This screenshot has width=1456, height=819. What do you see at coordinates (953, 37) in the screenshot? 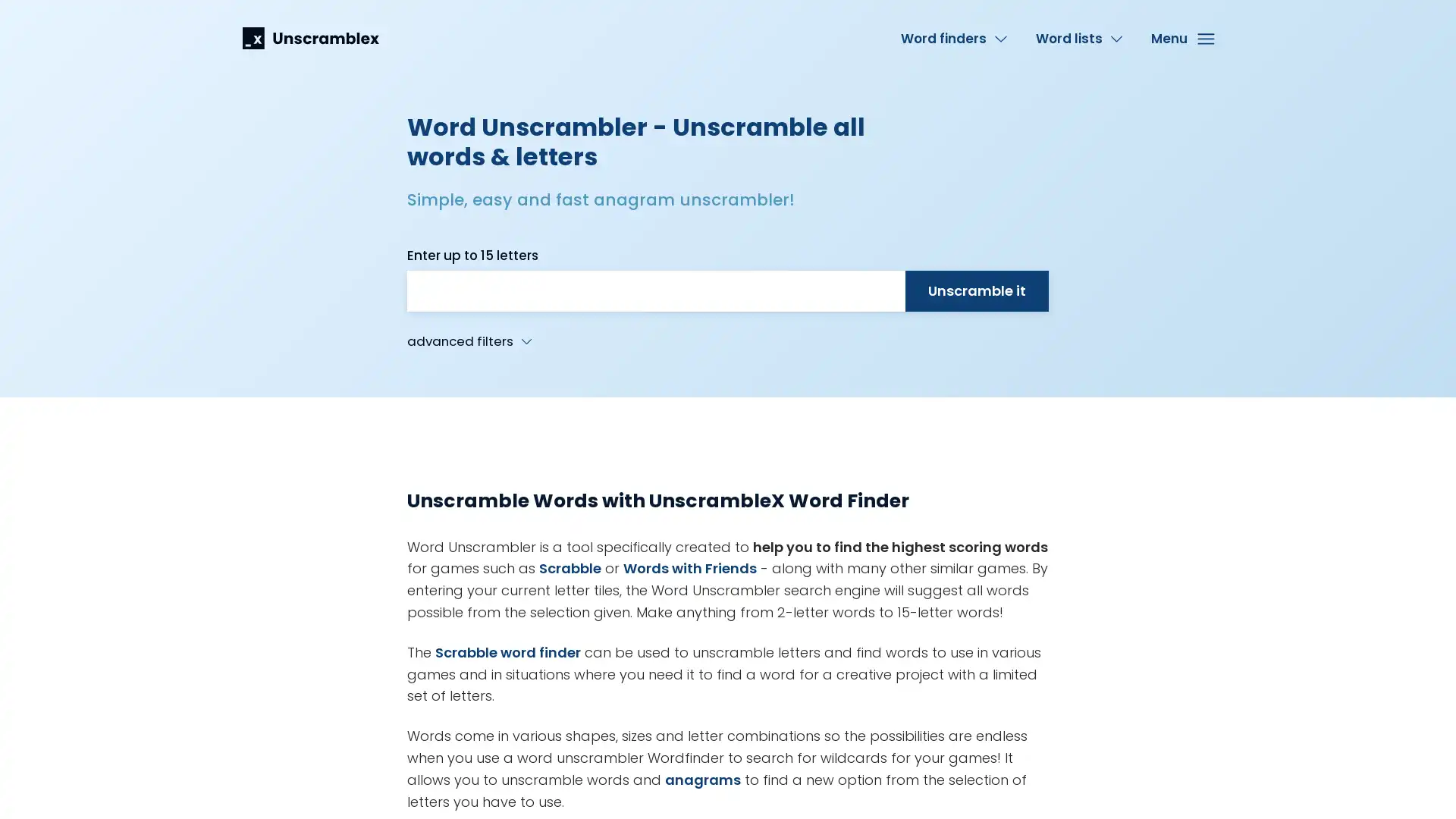
I see `Word finders` at bounding box center [953, 37].